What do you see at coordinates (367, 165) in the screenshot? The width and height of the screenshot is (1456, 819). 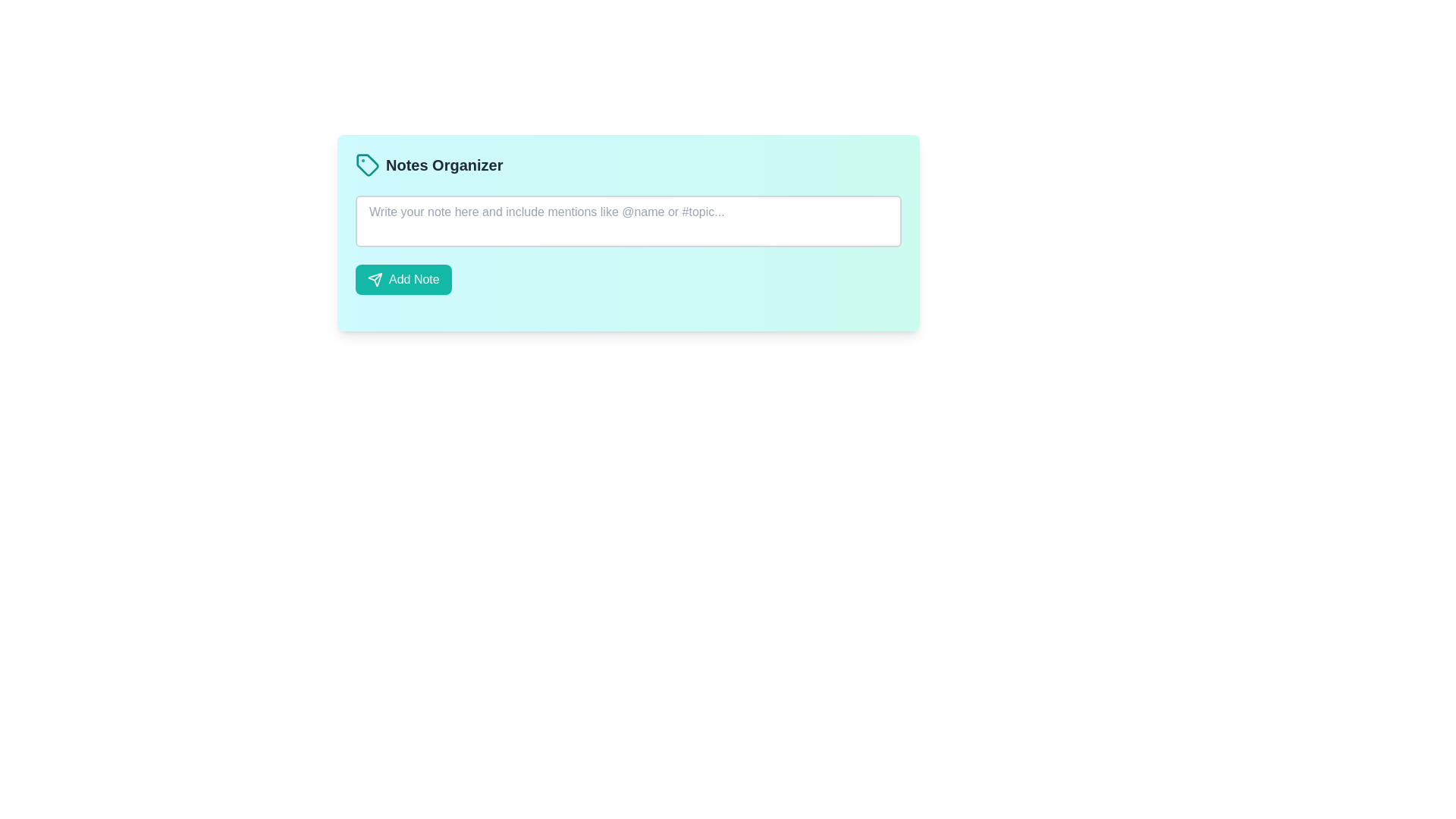 I see `the teal tag icon located to the left of the bold text title 'Notes Organizer'` at bounding box center [367, 165].